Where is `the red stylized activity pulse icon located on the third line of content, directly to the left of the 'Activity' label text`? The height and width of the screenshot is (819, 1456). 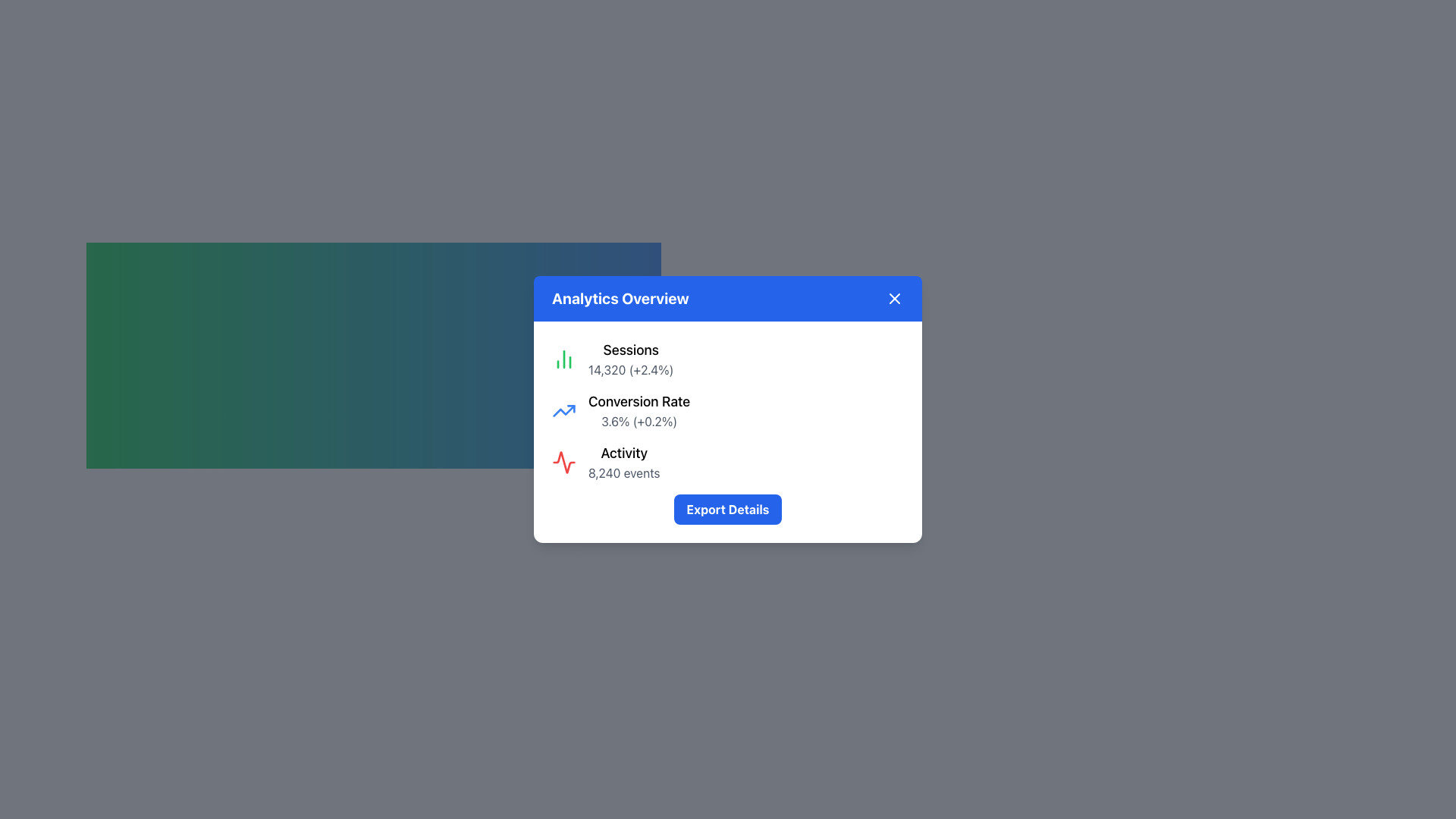
the red stylized activity pulse icon located on the third line of content, directly to the left of the 'Activity' label text is located at coordinates (563, 461).